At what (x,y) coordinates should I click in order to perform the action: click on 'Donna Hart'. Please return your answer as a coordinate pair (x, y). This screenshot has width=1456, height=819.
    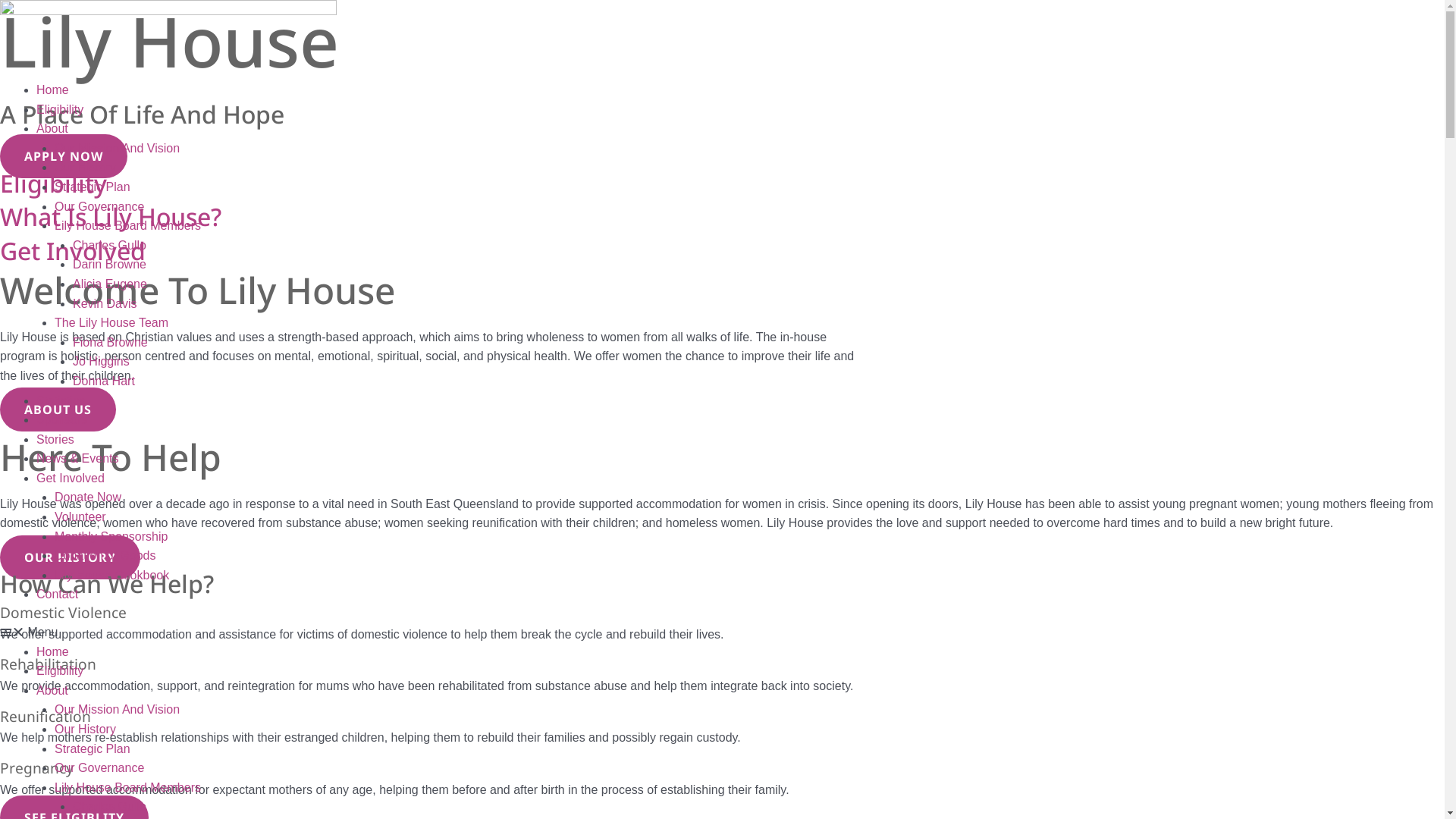
    Looking at the image, I should click on (103, 380).